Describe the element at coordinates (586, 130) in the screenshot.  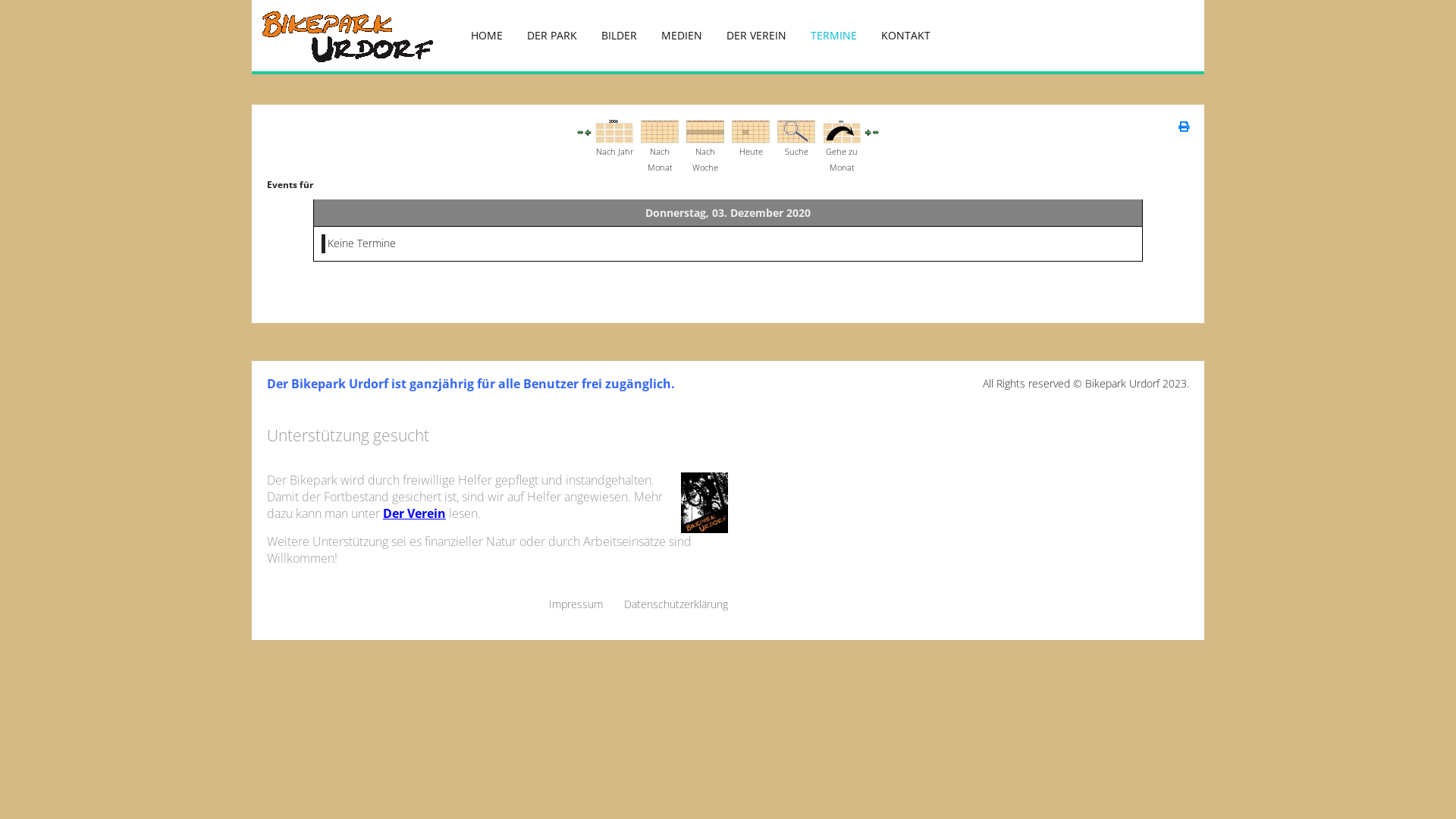
I see `'Vorheriger Tag'` at that location.